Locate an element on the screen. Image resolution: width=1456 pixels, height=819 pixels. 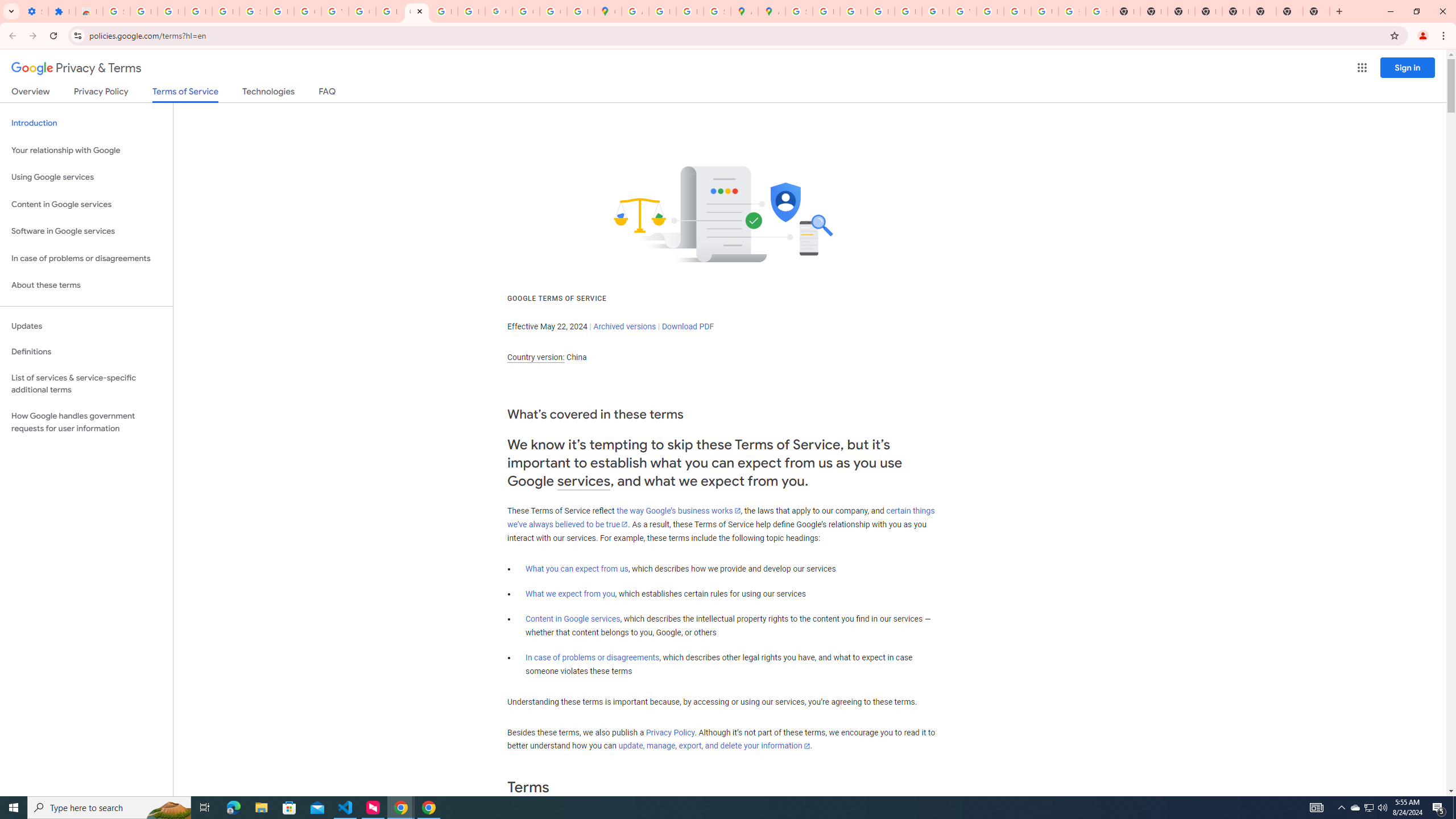
'List of services & service-specific additional terms' is located at coordinates (86, 383).